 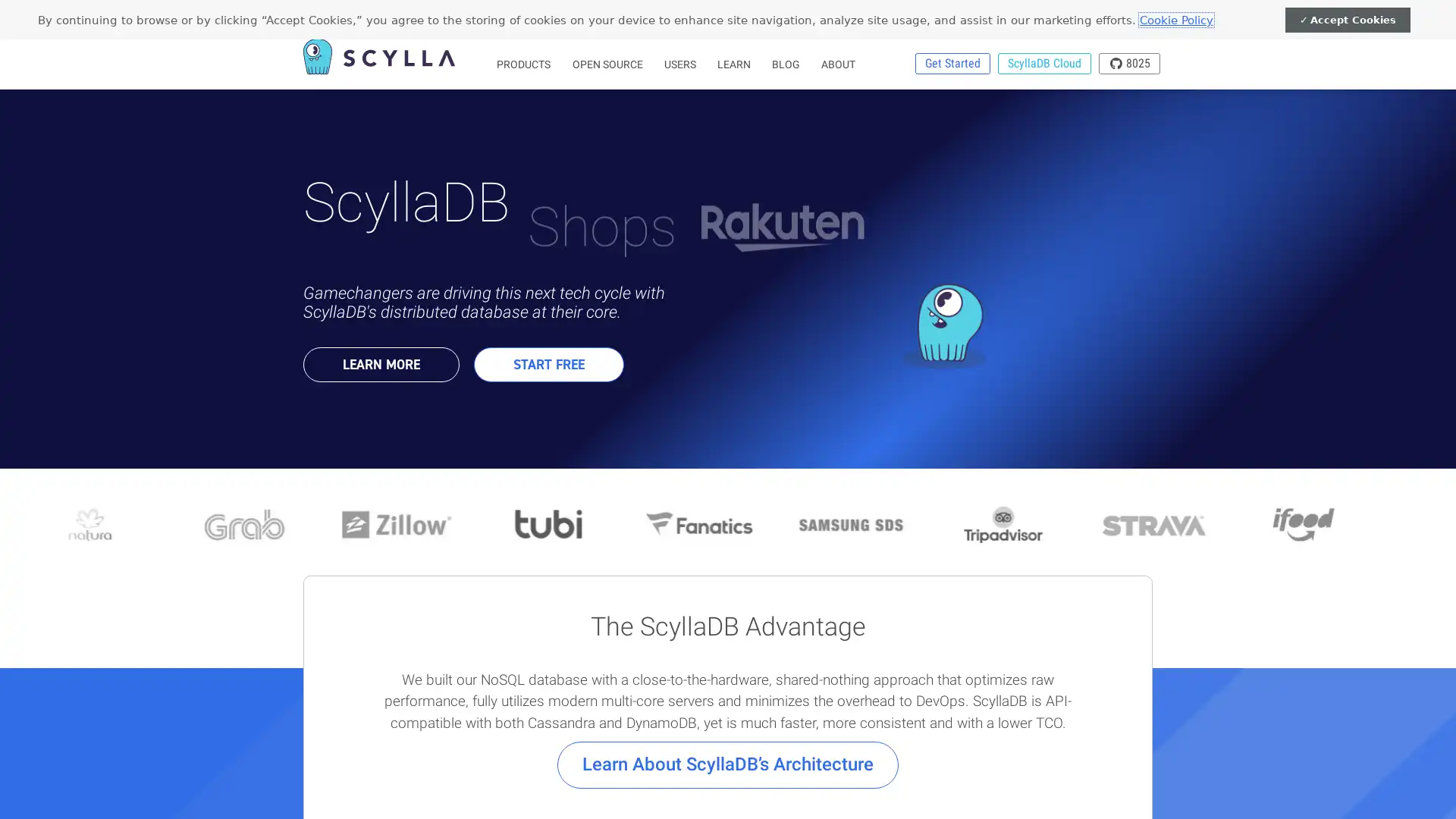 What do you see at coordinates (548, 364) in the screenshot?
I see `START FREE` at bounding box center [548, 364].